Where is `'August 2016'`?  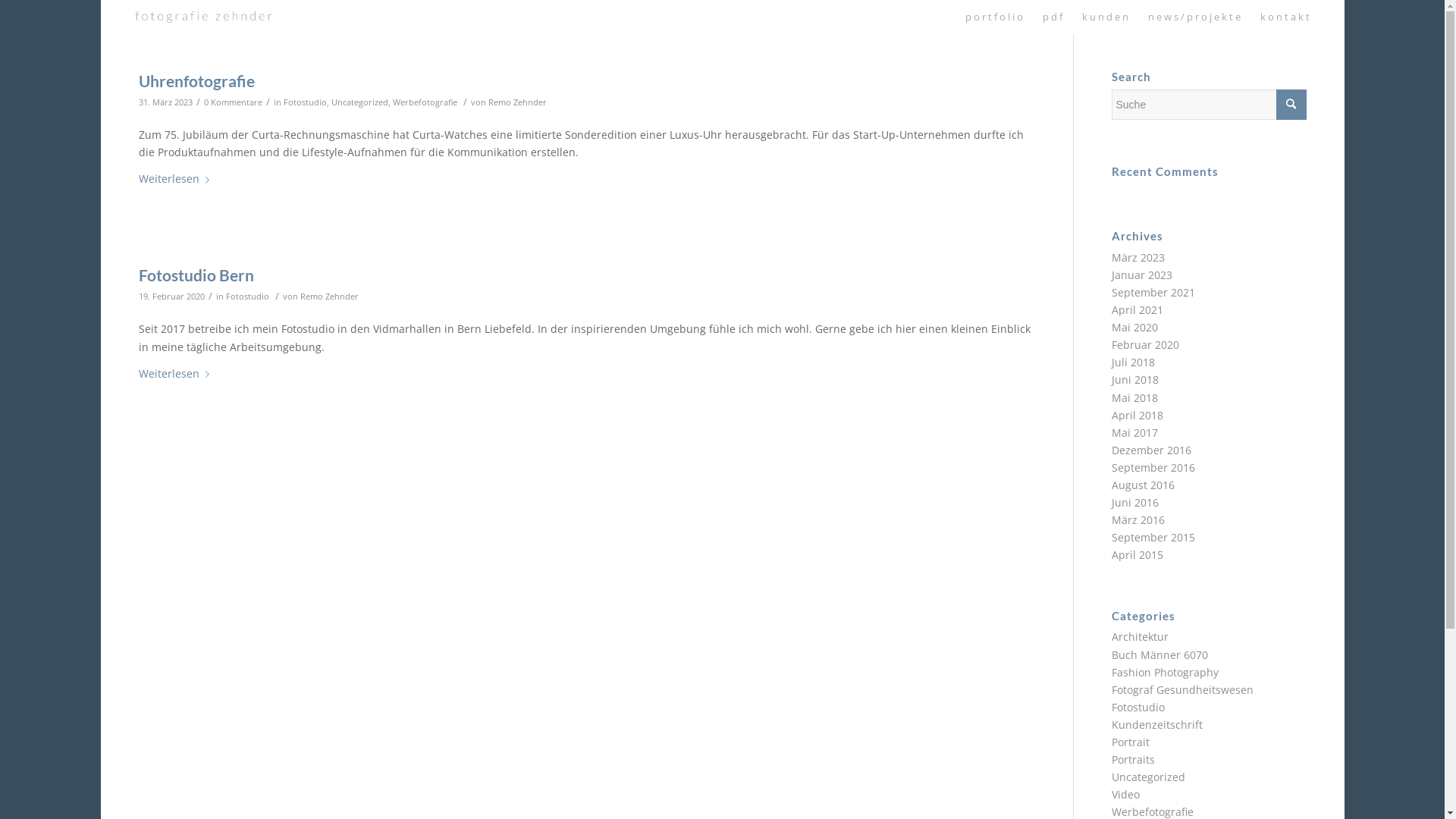 'August 2016' is located at coordinates (1143, 485).